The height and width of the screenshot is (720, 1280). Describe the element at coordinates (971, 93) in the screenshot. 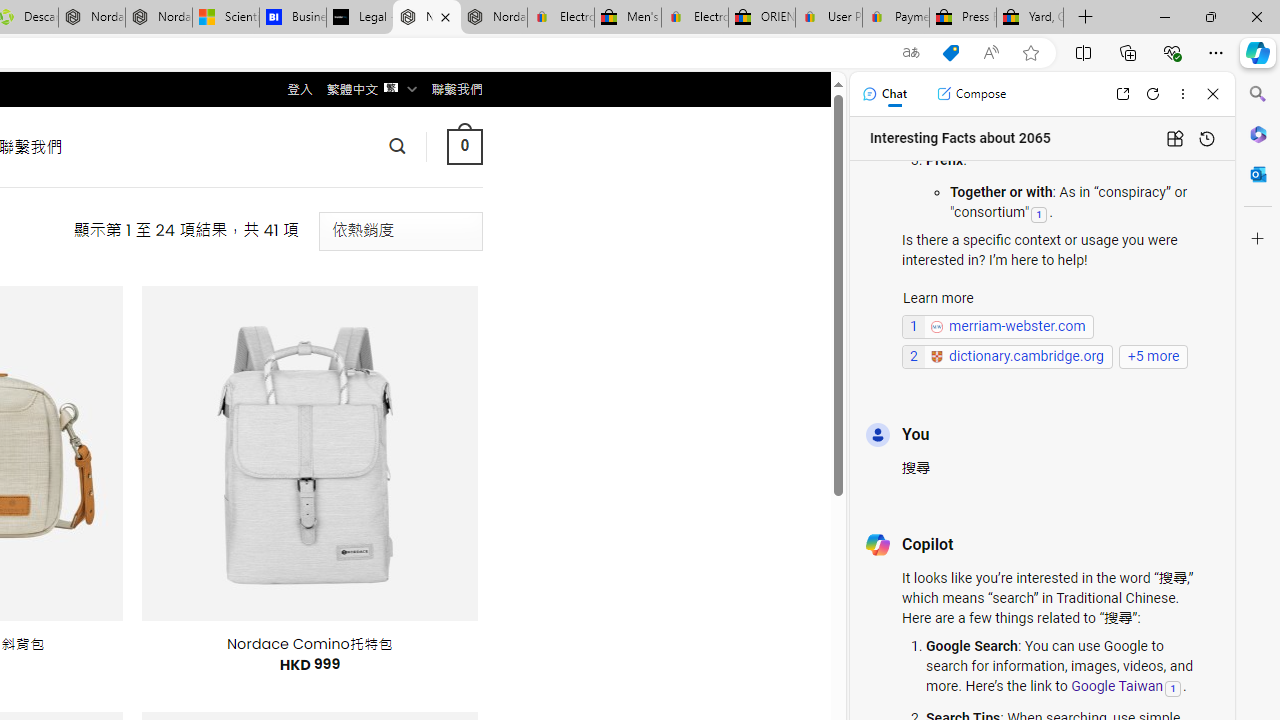

I see `'Compose'` at that location.